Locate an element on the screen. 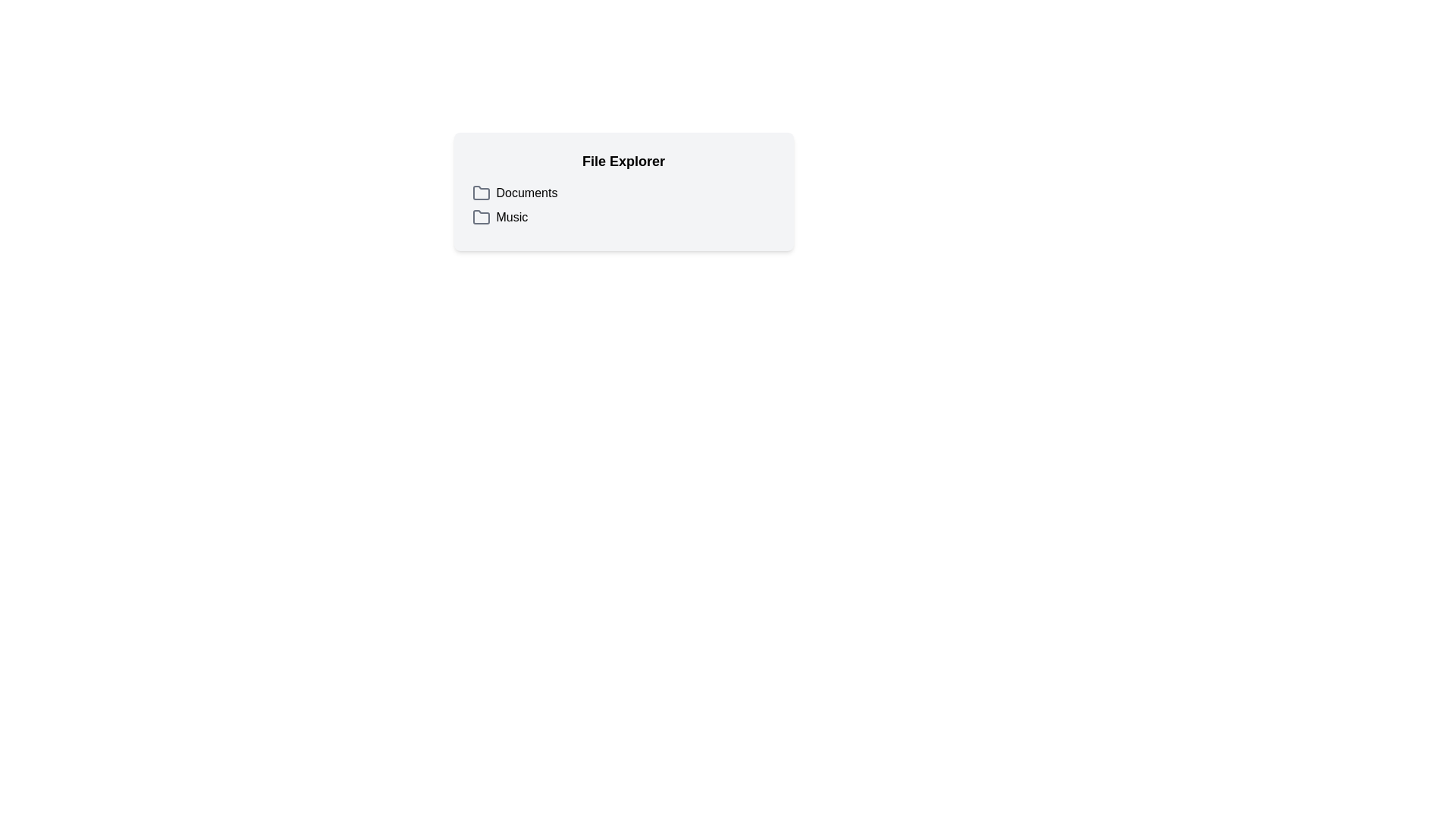 This screenshot has width=1456, height=819. the folder icon located to the left of the 'Documents' label is located at coordinates (480, 192).